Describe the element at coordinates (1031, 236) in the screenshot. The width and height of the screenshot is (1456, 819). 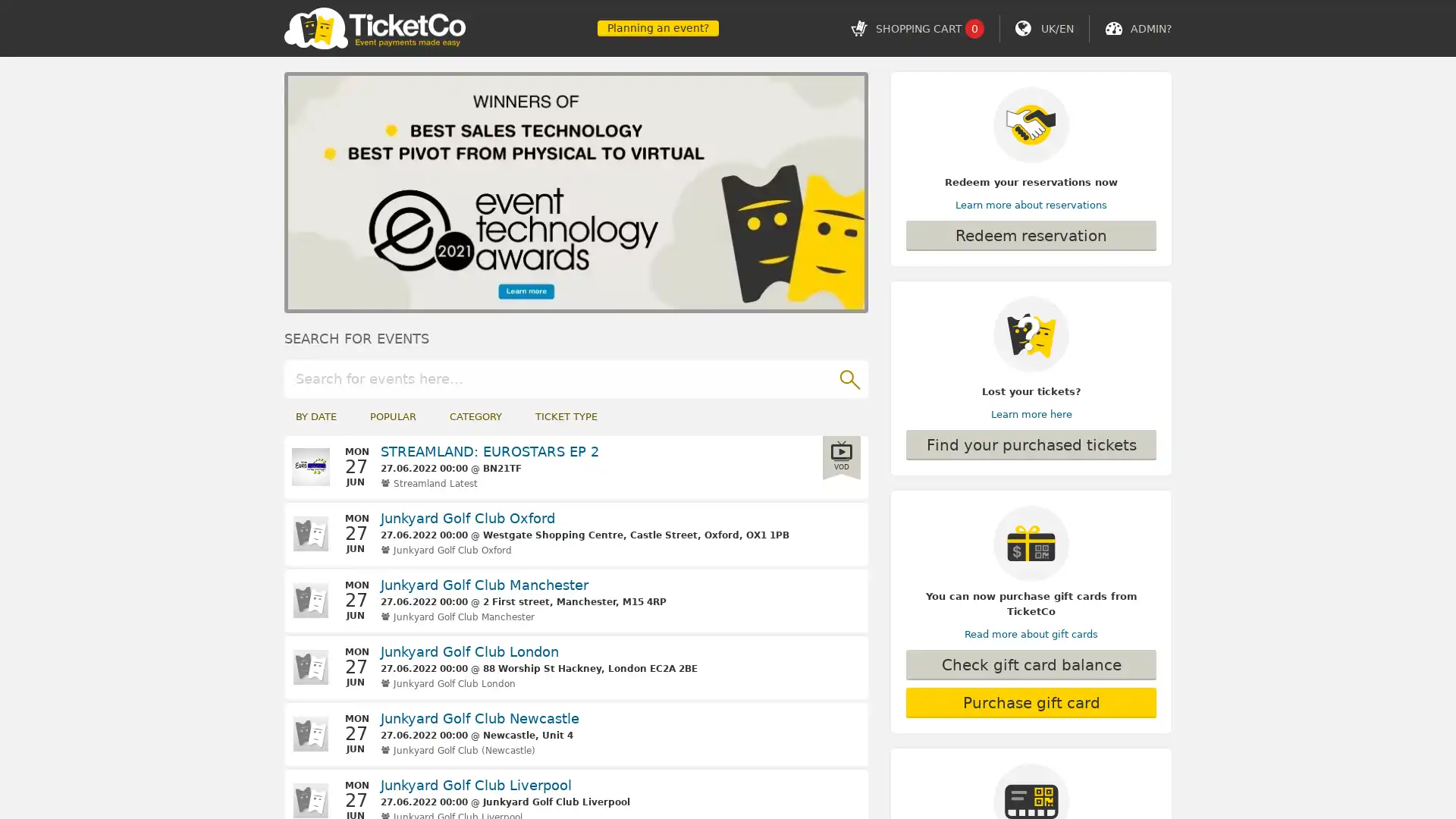
I see `Redeem reservation` at that location.